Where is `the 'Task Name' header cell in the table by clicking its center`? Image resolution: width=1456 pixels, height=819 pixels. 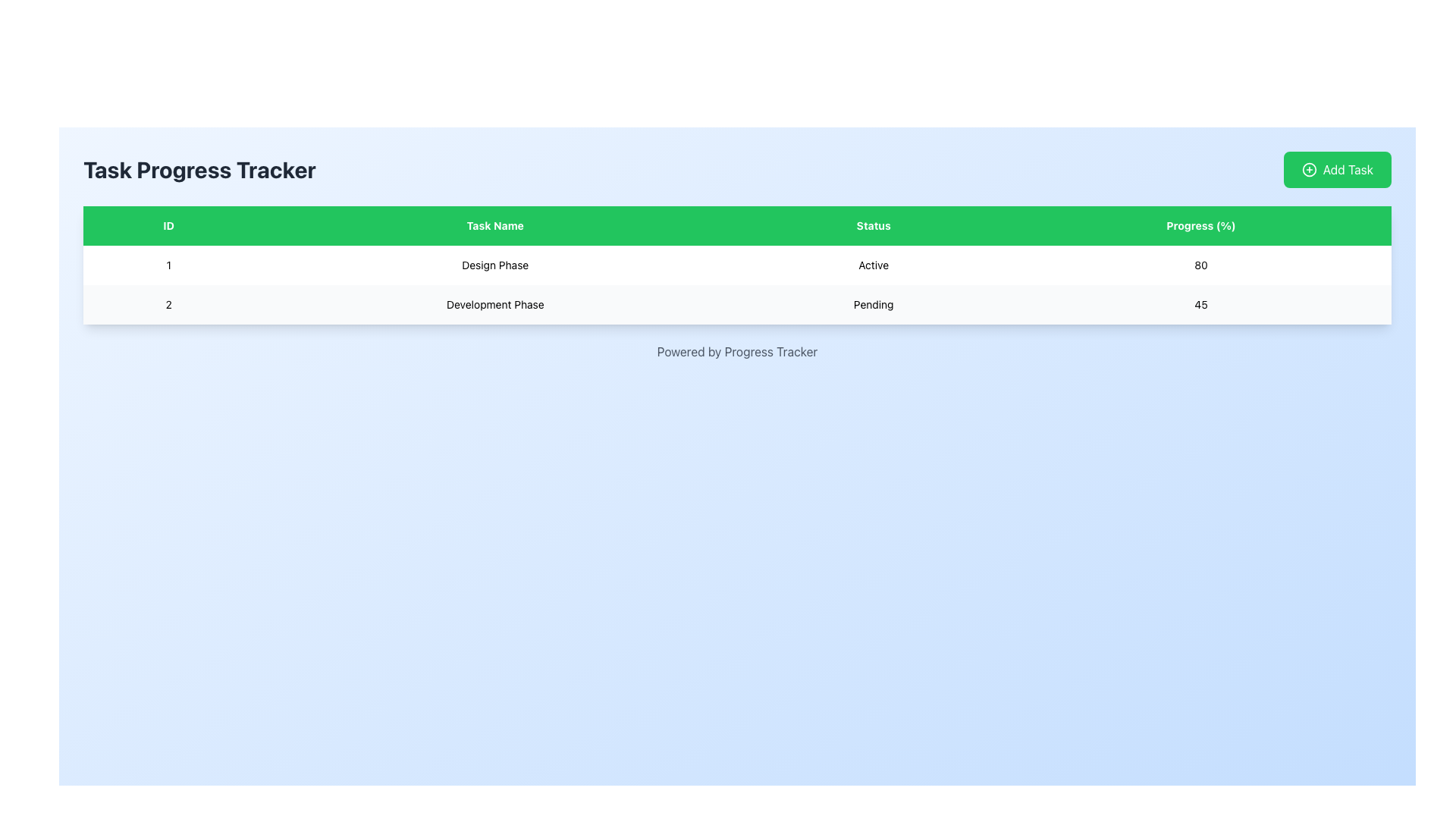 the 'Task Name' header cell in the table by clicking its center is located at coordinates (495, 225).